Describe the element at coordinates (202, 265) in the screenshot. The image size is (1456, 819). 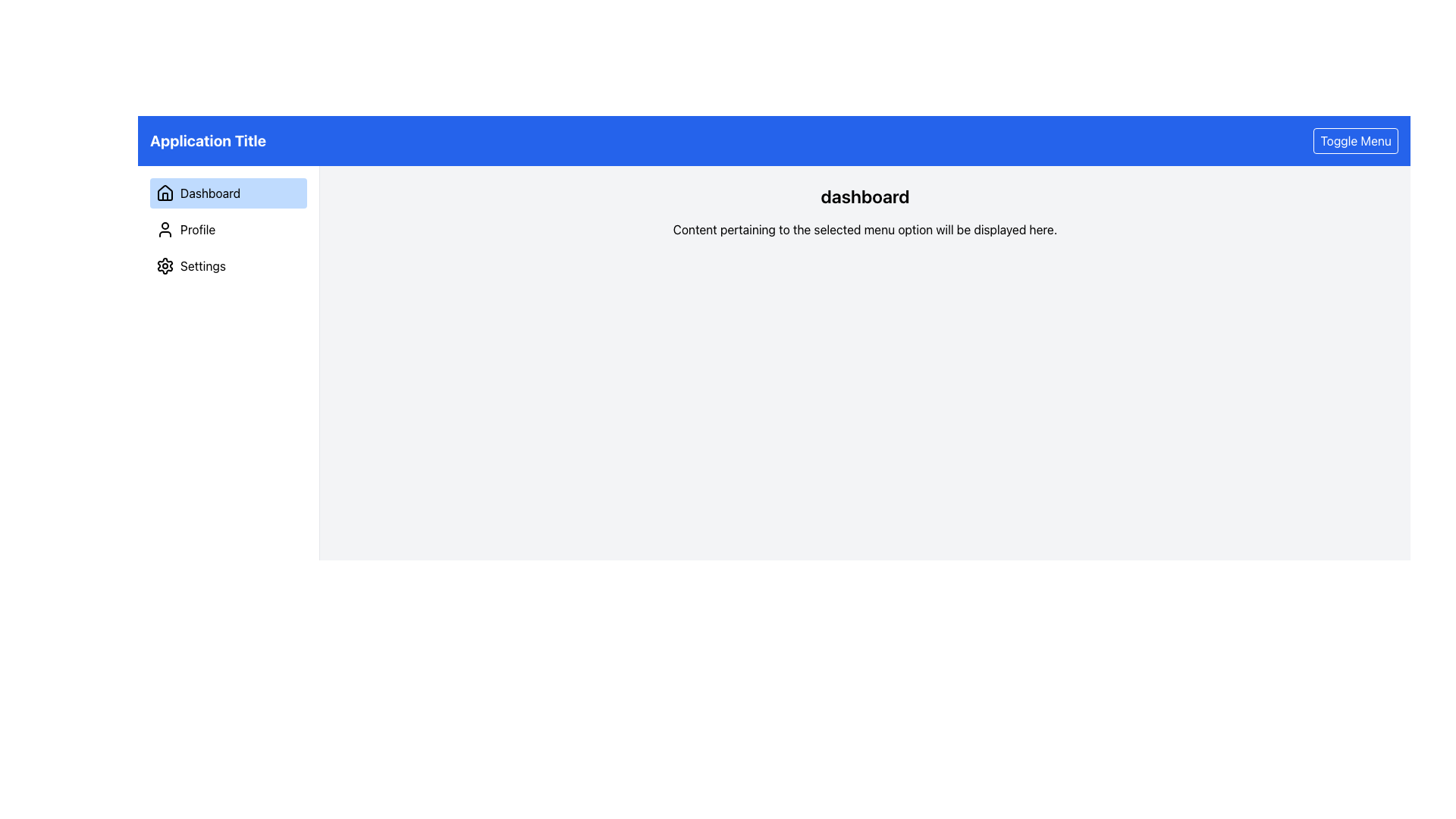
I see `the 'Settings' text label in the vertical navigation menu` at that location.